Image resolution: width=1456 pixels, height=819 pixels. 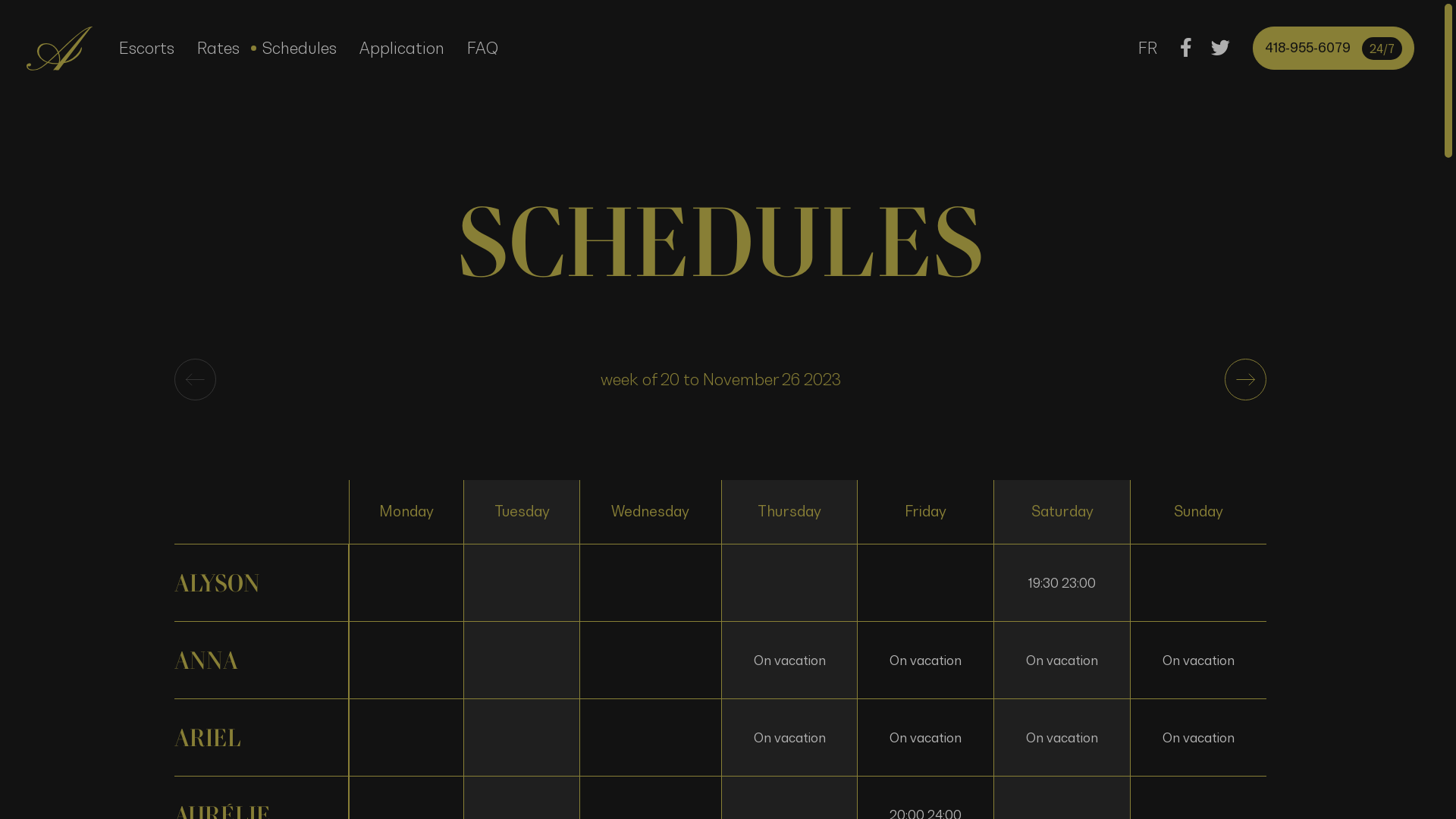 What do you see at coordinates (299, 48) in the screenshot?
I see `'Schedules'` at bounding box center [299, 48].